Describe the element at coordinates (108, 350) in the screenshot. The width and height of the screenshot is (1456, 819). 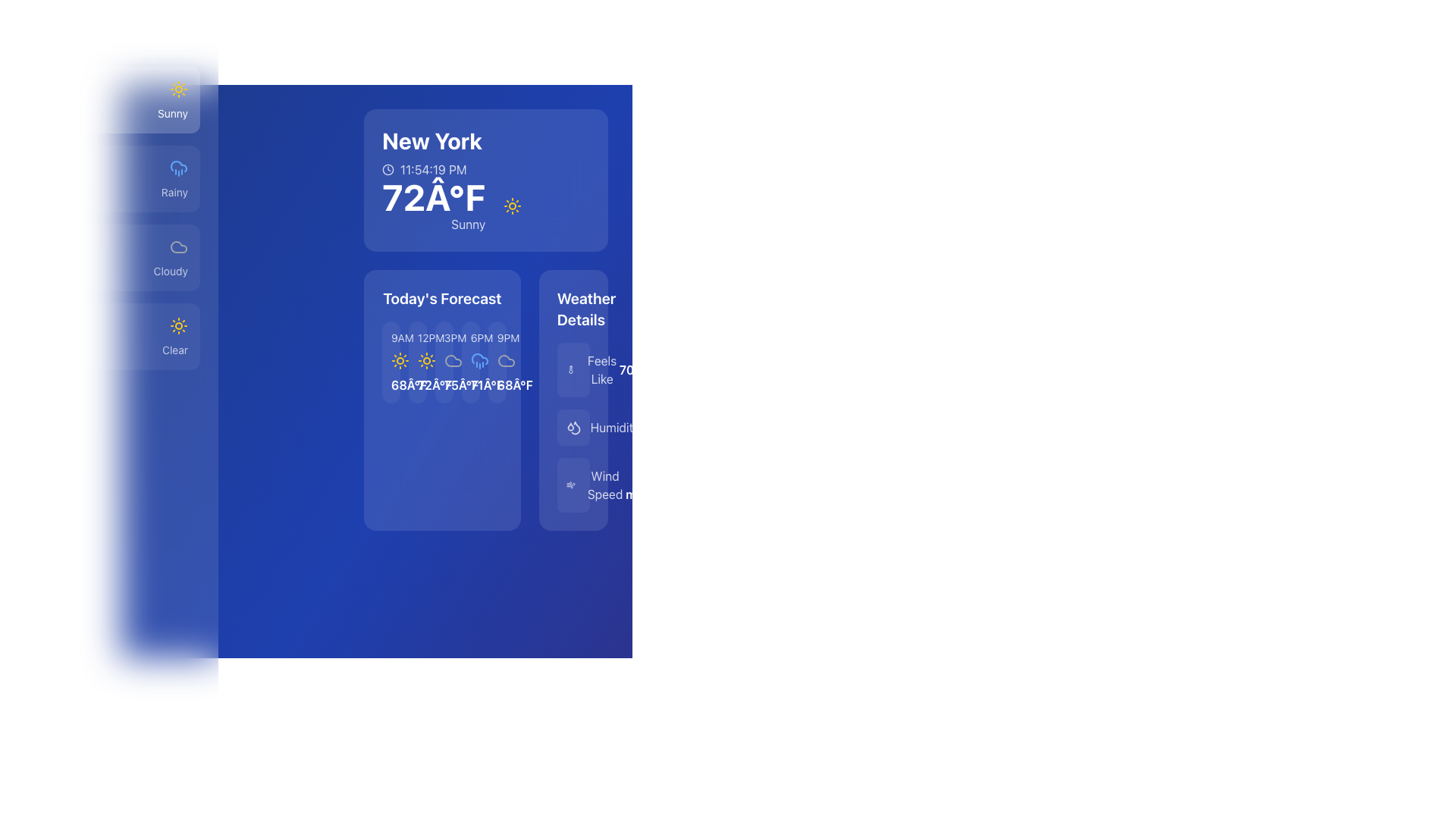
I see `text content of the temperature label located at the lower part of the vertically oriented list, which is the fourth entry after 'Sunny', 'Rainy', and 'Cloudy'` at that location.